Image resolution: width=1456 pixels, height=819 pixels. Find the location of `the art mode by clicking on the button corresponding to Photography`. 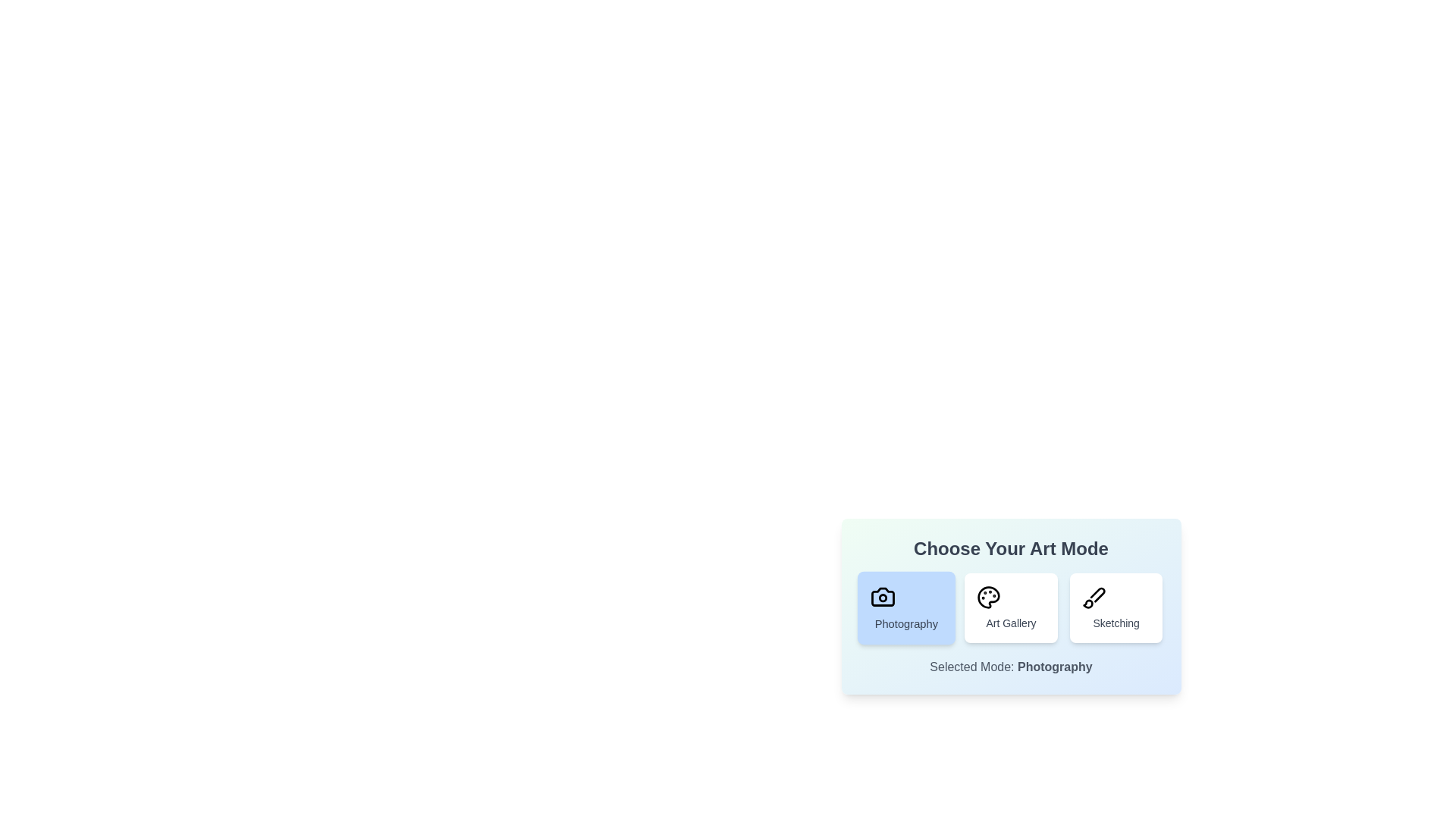

the art mode by clicking on the button corresponding to Photography is located at coordinates (905, 607).